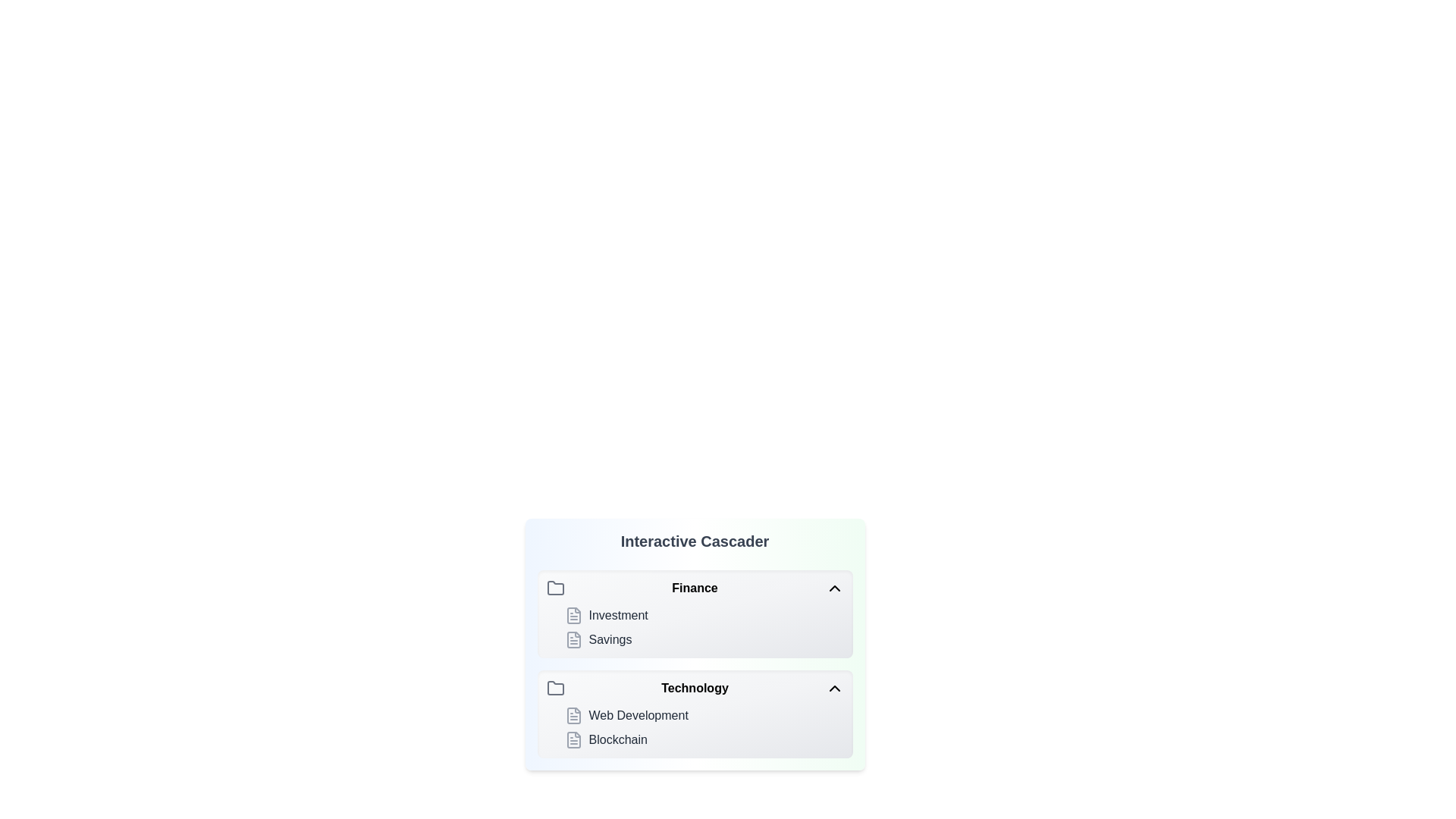 The height and width of the screenshot is (819, 1456). What do you see at coordinates (694, 727) in the screenshot?
I see `the 'Web Development' entry in the list of items with icons under the 'Technology' section` at bounding box center [694, 727].